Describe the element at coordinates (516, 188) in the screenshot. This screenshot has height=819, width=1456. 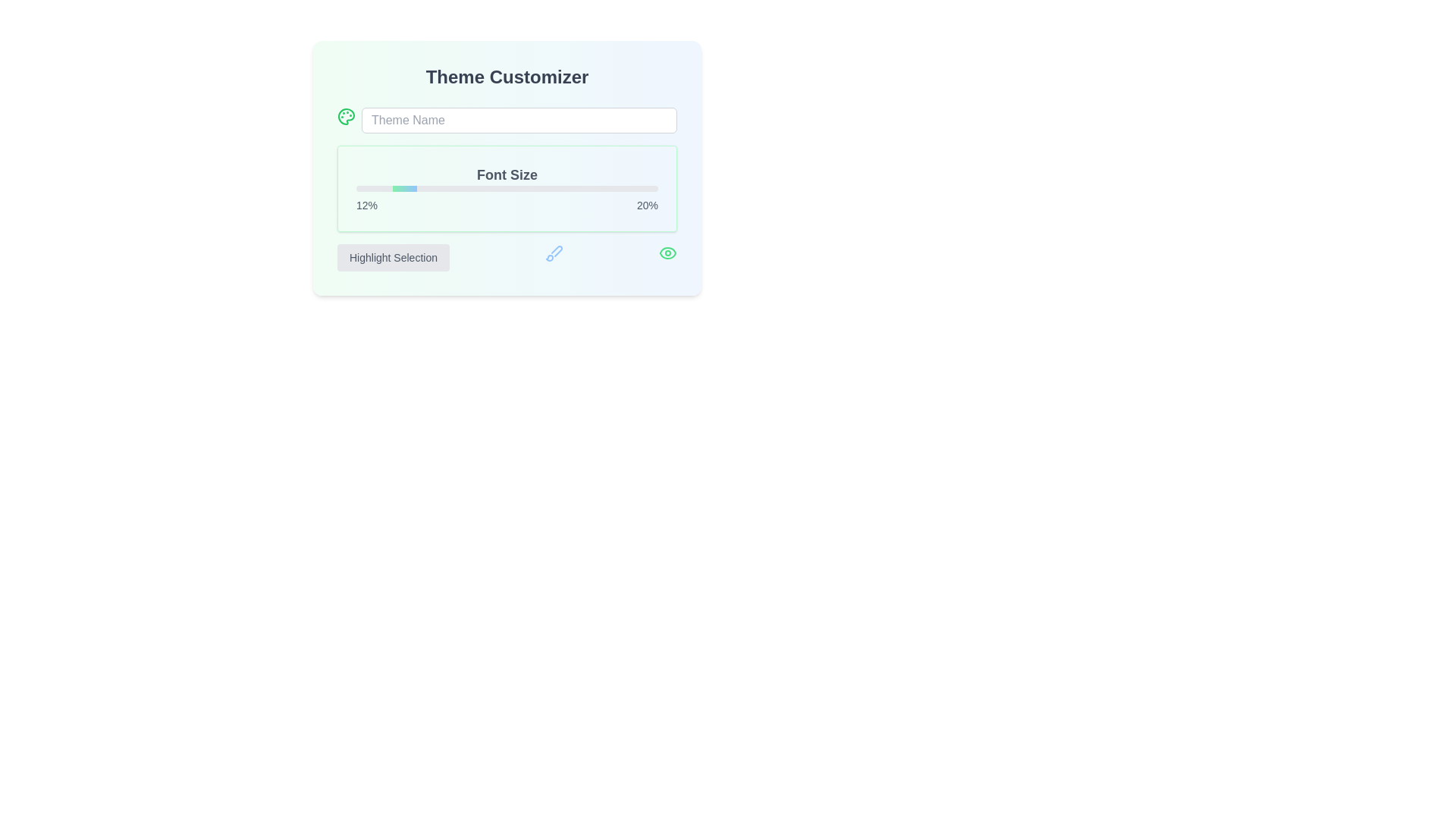
I see `the slider` at that location.